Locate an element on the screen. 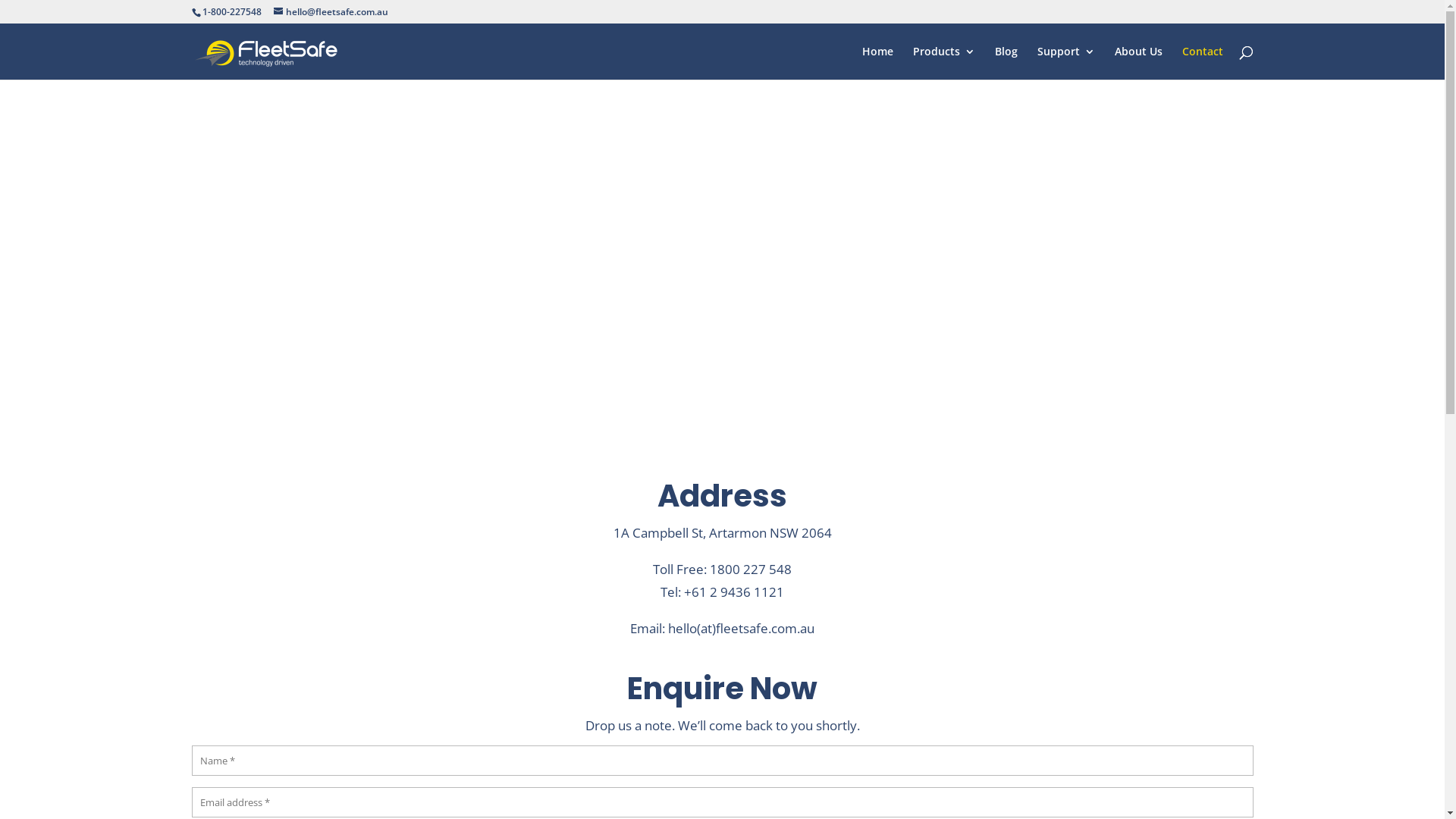 The width and height of the screenshot is (1456, 819). 'Contact' is located at coordinates (1181, 62).